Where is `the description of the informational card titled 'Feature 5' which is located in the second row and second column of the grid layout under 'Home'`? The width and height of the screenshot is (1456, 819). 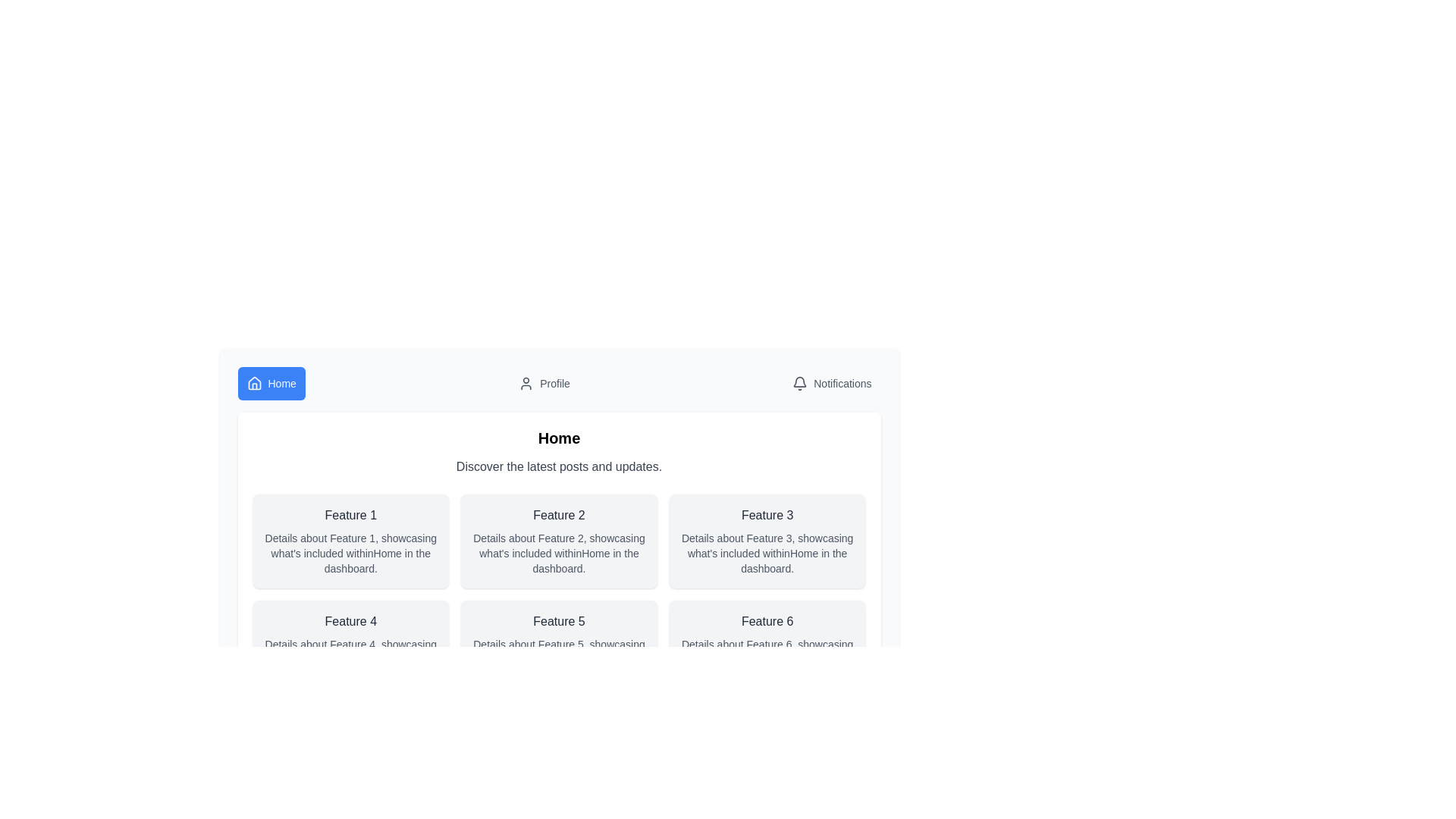
the description of the informational card titled 'Feature 5' which is located in the second row and second column of the grid layout under 'Home' is located at coordinates (558, 647).